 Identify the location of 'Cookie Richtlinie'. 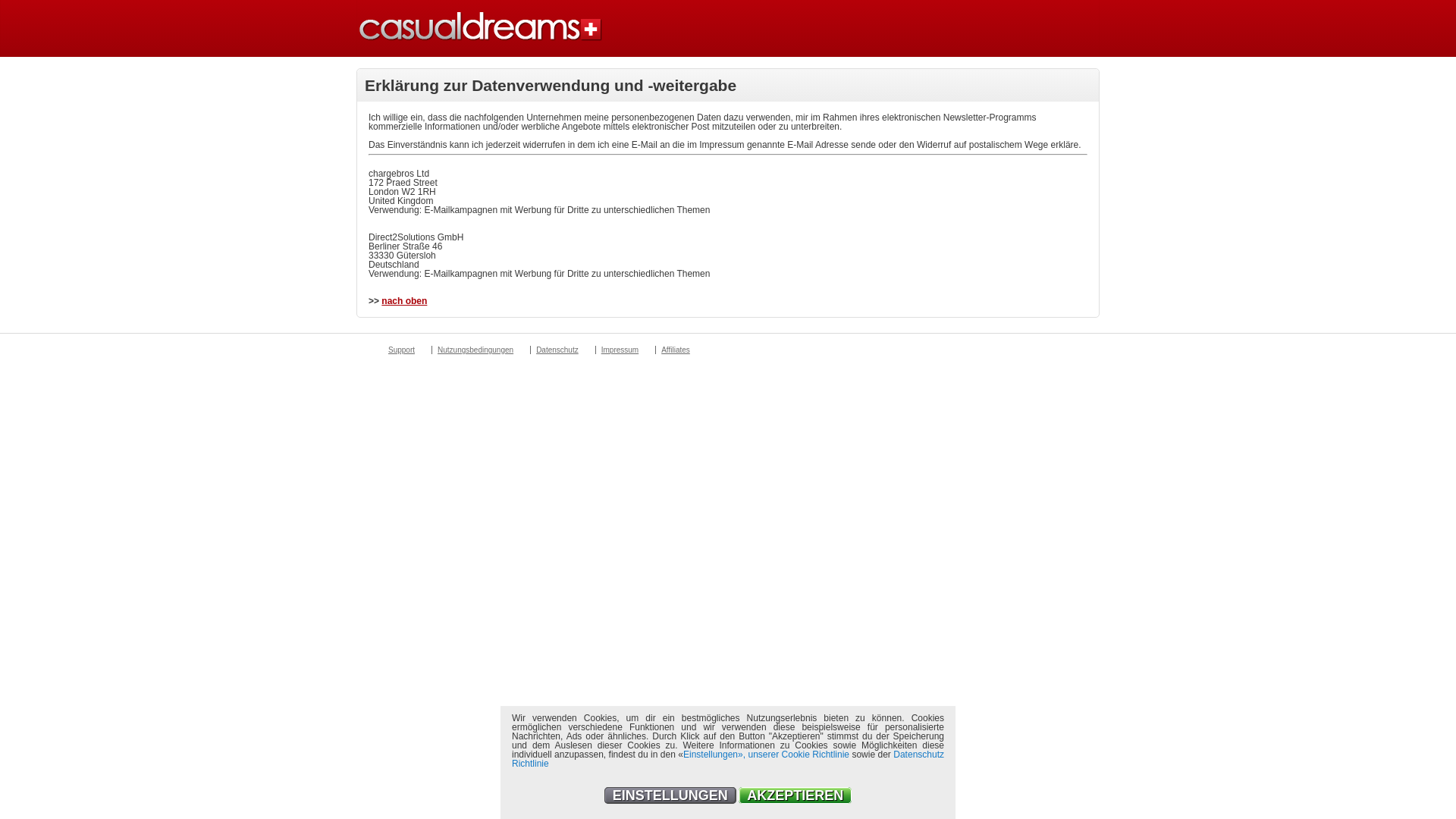
(814, 755).